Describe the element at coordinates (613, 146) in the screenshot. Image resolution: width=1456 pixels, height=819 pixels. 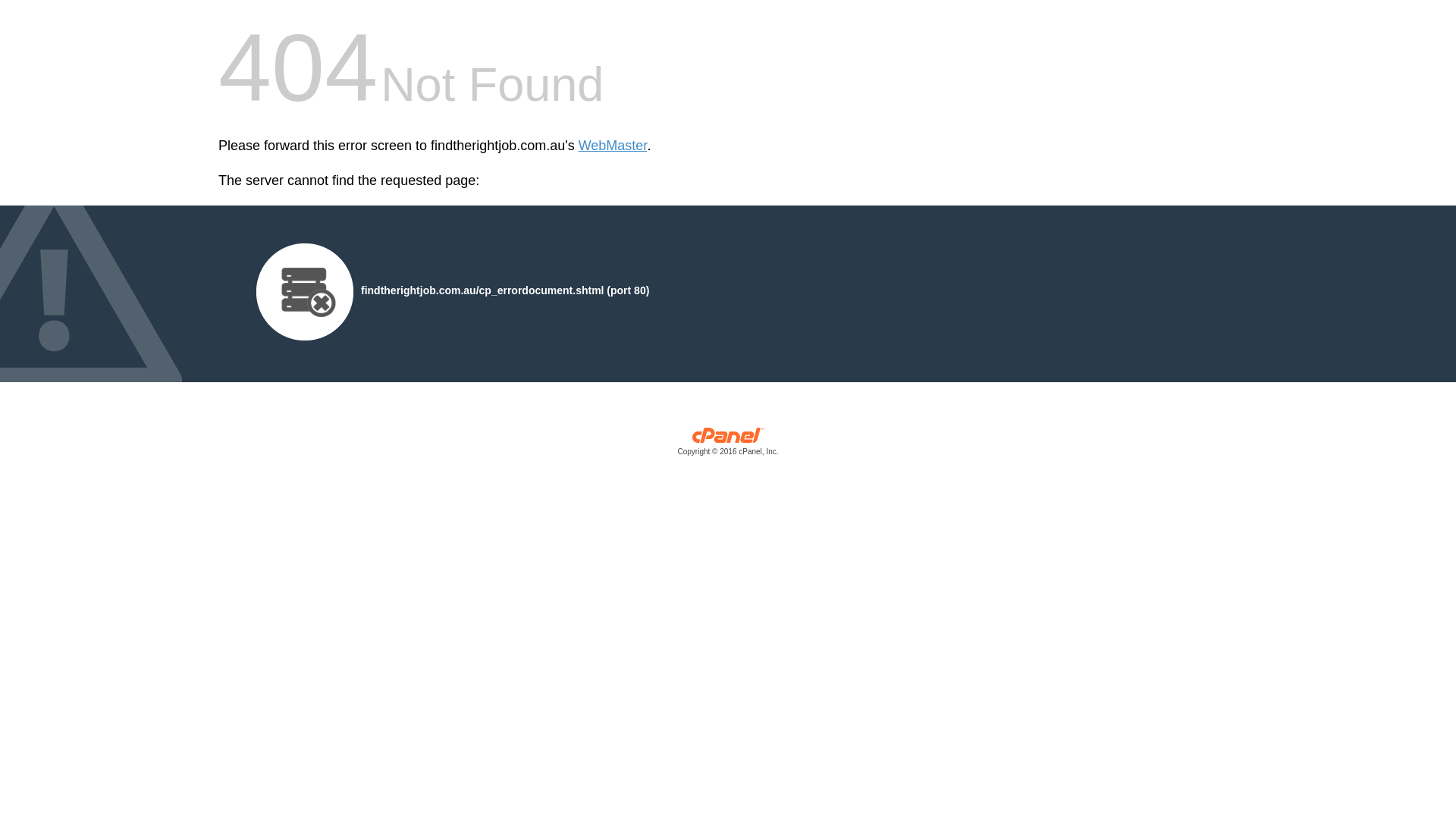
I see `'WebMaster'` at that location.